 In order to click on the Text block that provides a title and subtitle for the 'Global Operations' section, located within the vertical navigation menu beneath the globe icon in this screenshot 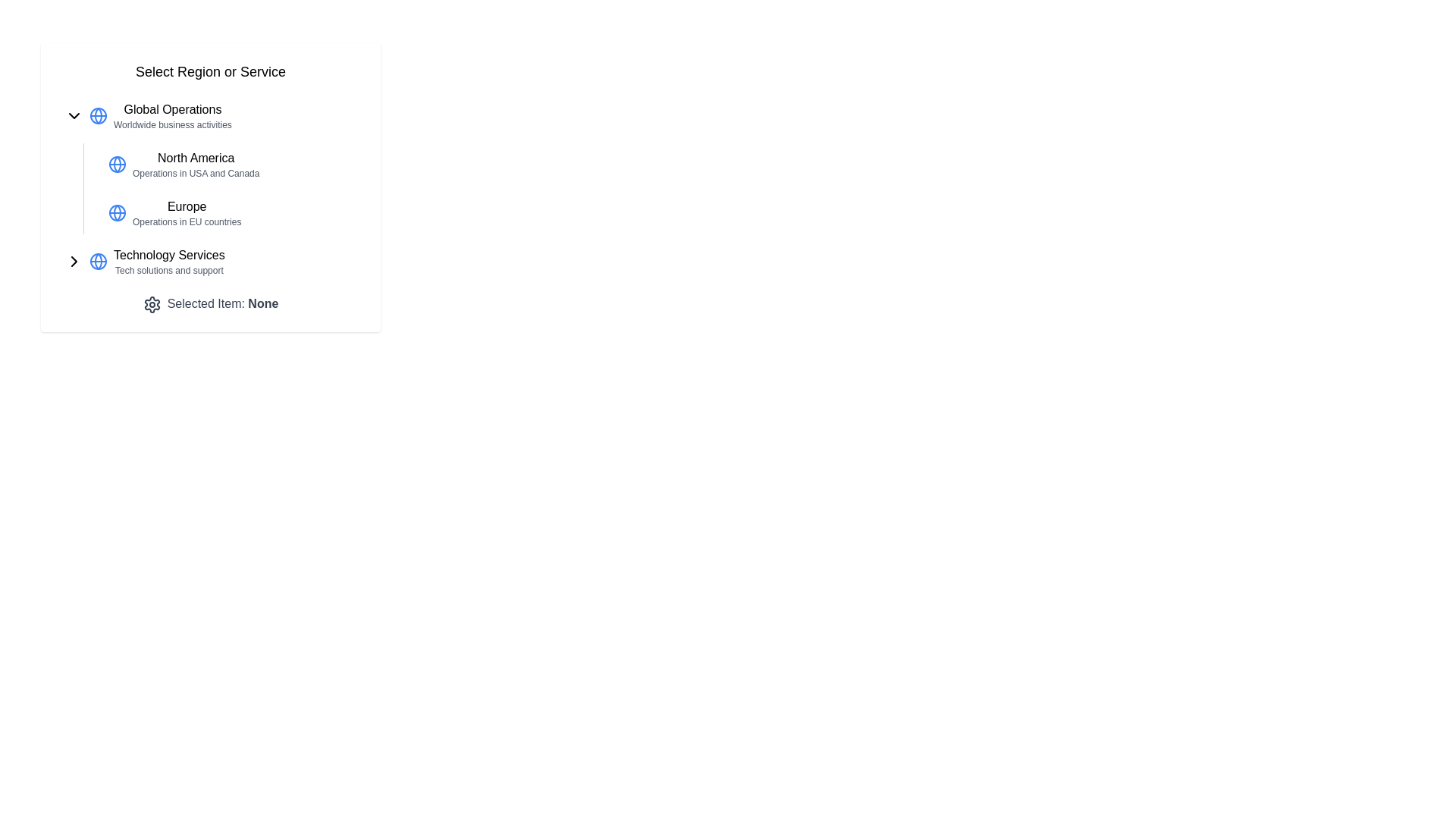, I will do `click(172, 115)`.